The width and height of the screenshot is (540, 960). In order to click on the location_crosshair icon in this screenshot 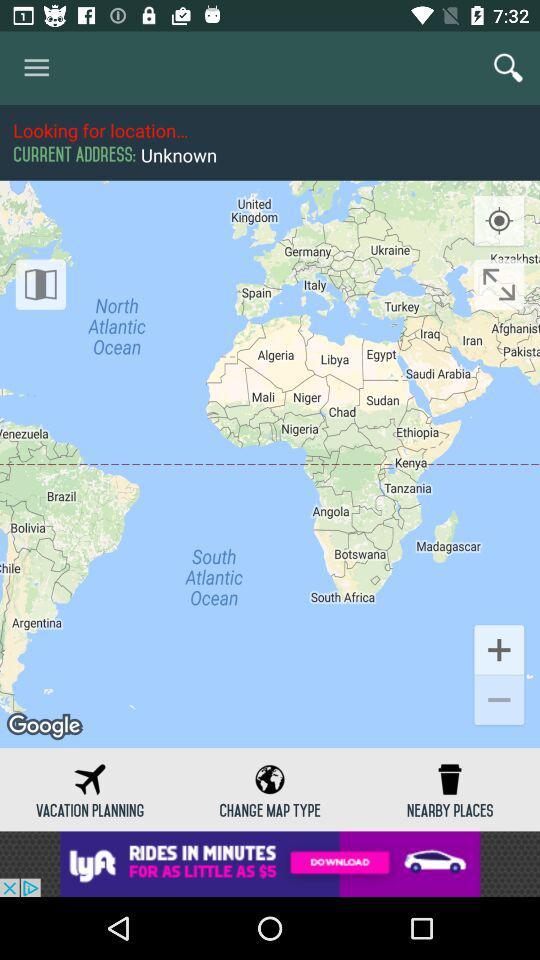, I will do `click(498, 221)`.